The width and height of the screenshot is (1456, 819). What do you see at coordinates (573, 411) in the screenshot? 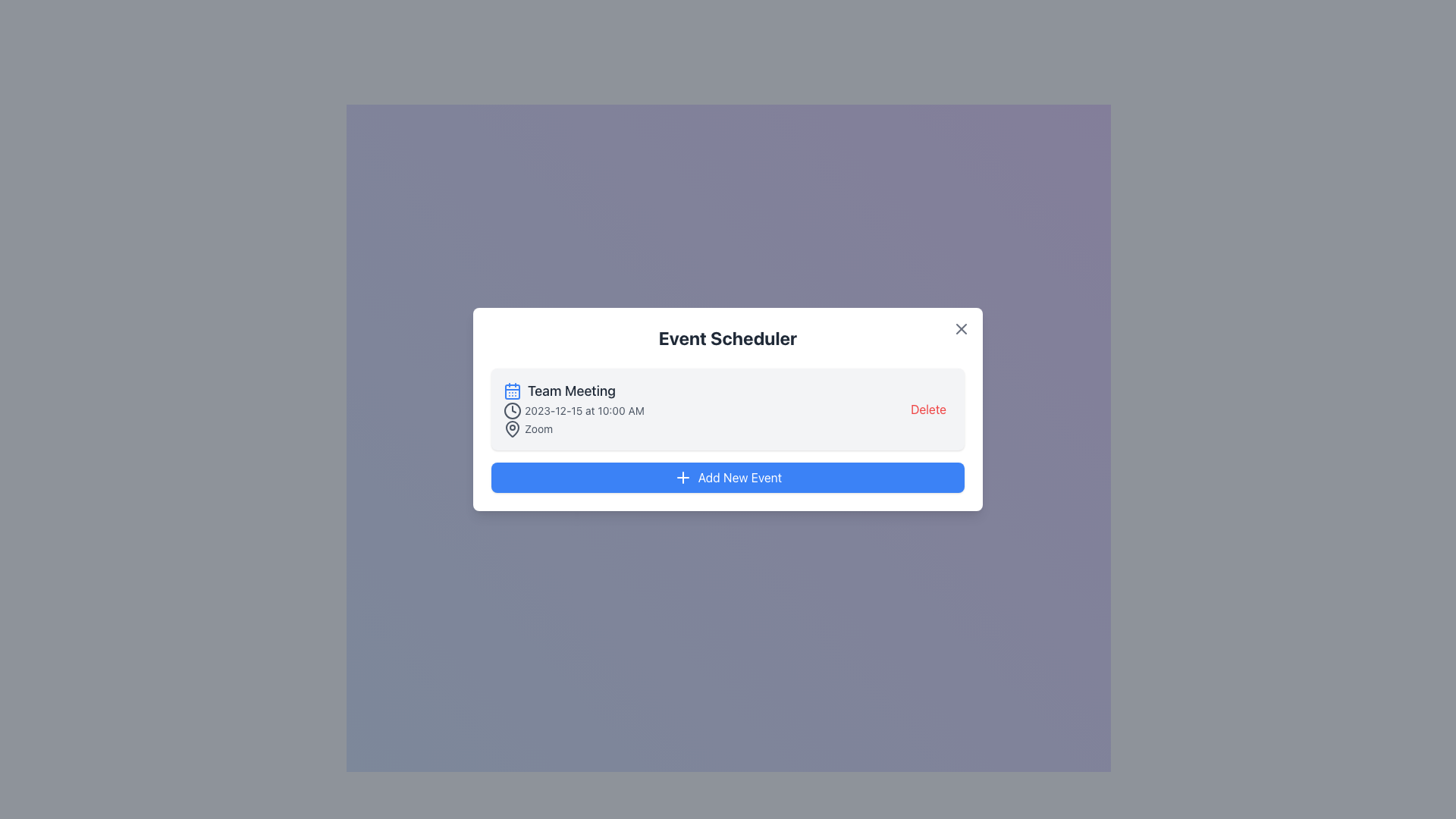
I see `timestamp information displayed as '2023-12-15 at 10:00 AM' in the Event Scheduler modal, located below the 'Team Meeting' heading and above the 'Zoom' label` at bounding box center [573, 411].